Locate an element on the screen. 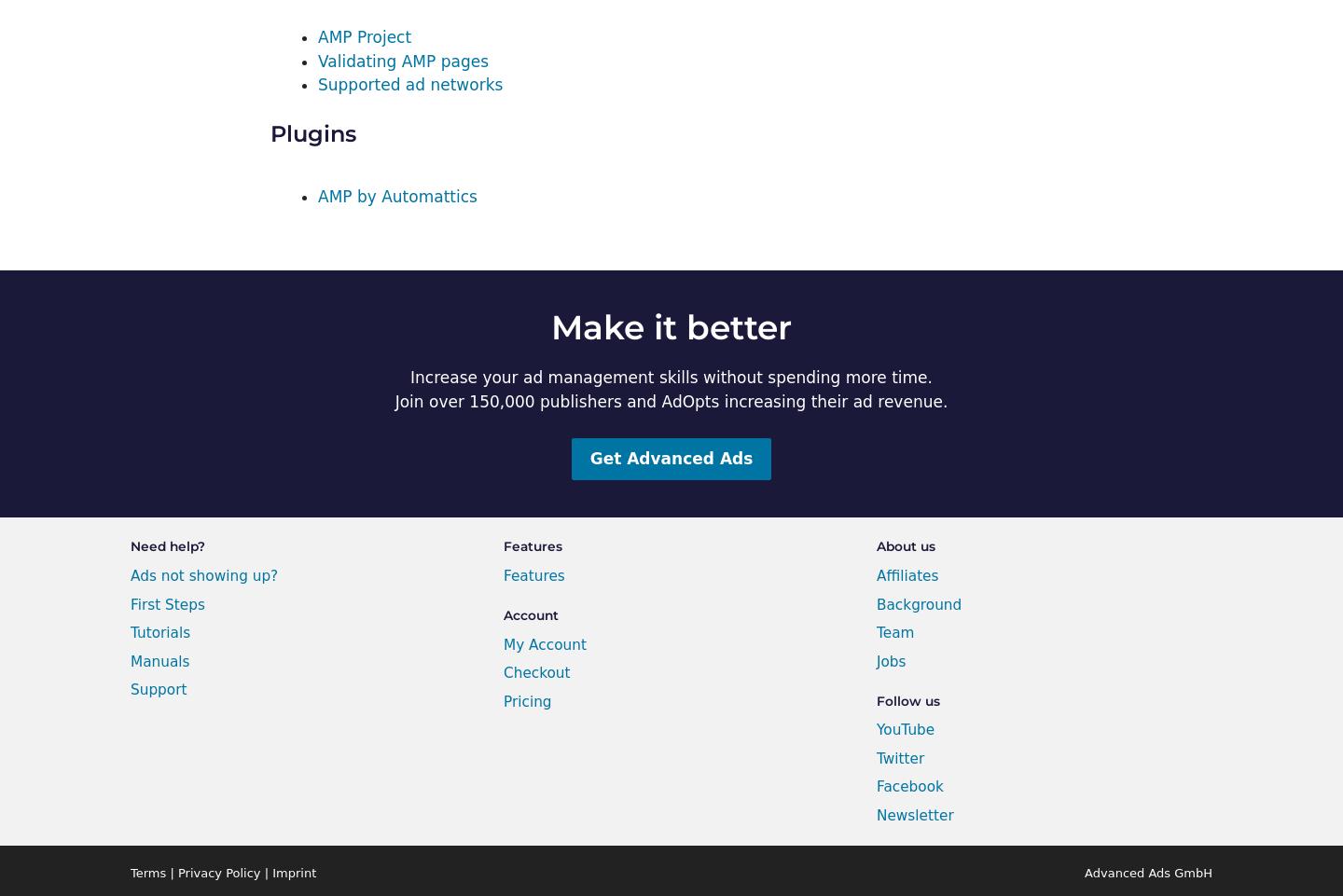  'AMP Project' is located at coordinates (363, 35).